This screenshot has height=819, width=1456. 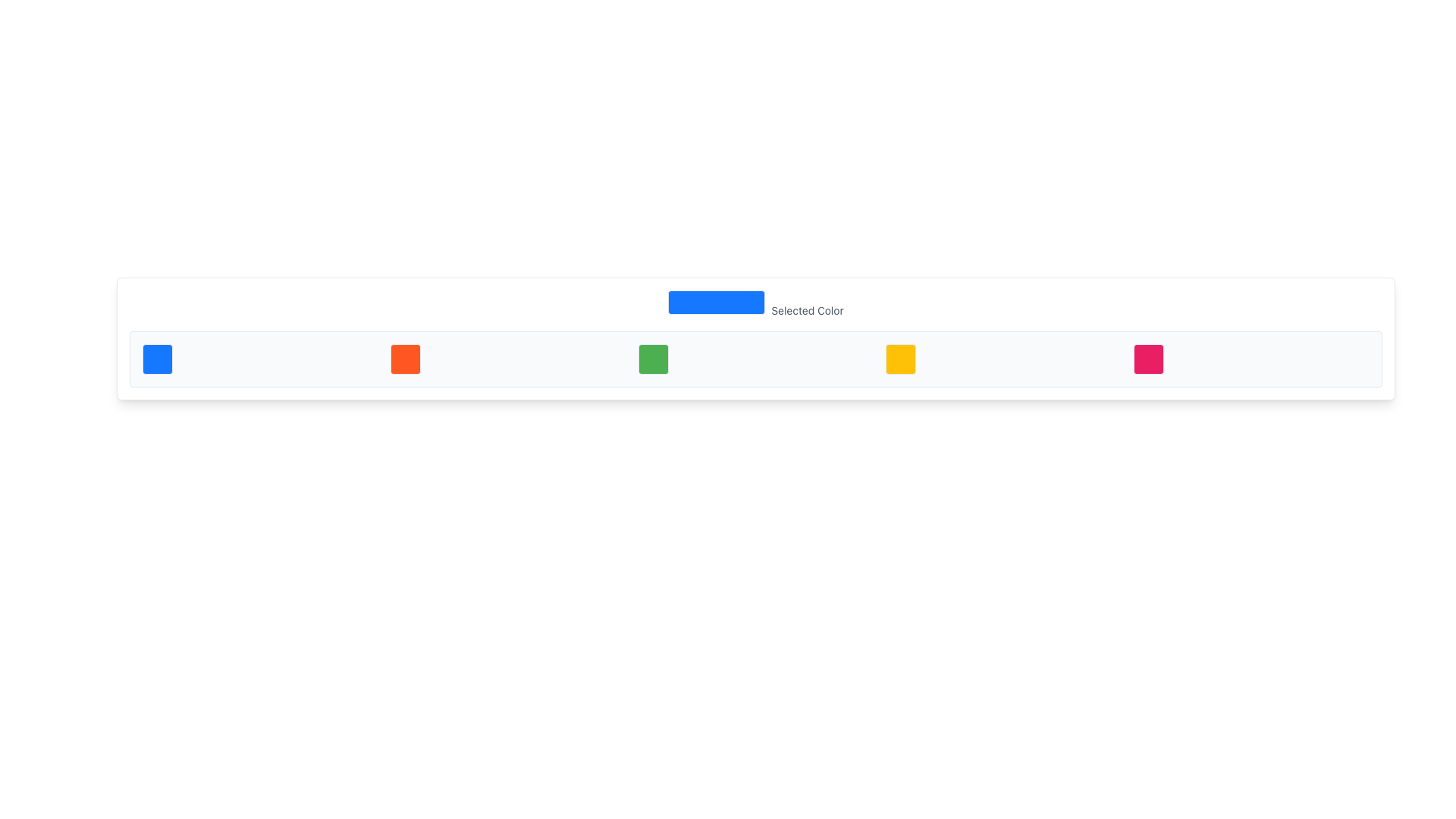 What do you see at coordinates (1149, 359) in the screenshot?
I see `the color selection button that represents the vibrant pink color, located as the fifth square in a row of five squares beneath the larger blue square labeled 'Selected Color'` at bounding box center [1149, 359].